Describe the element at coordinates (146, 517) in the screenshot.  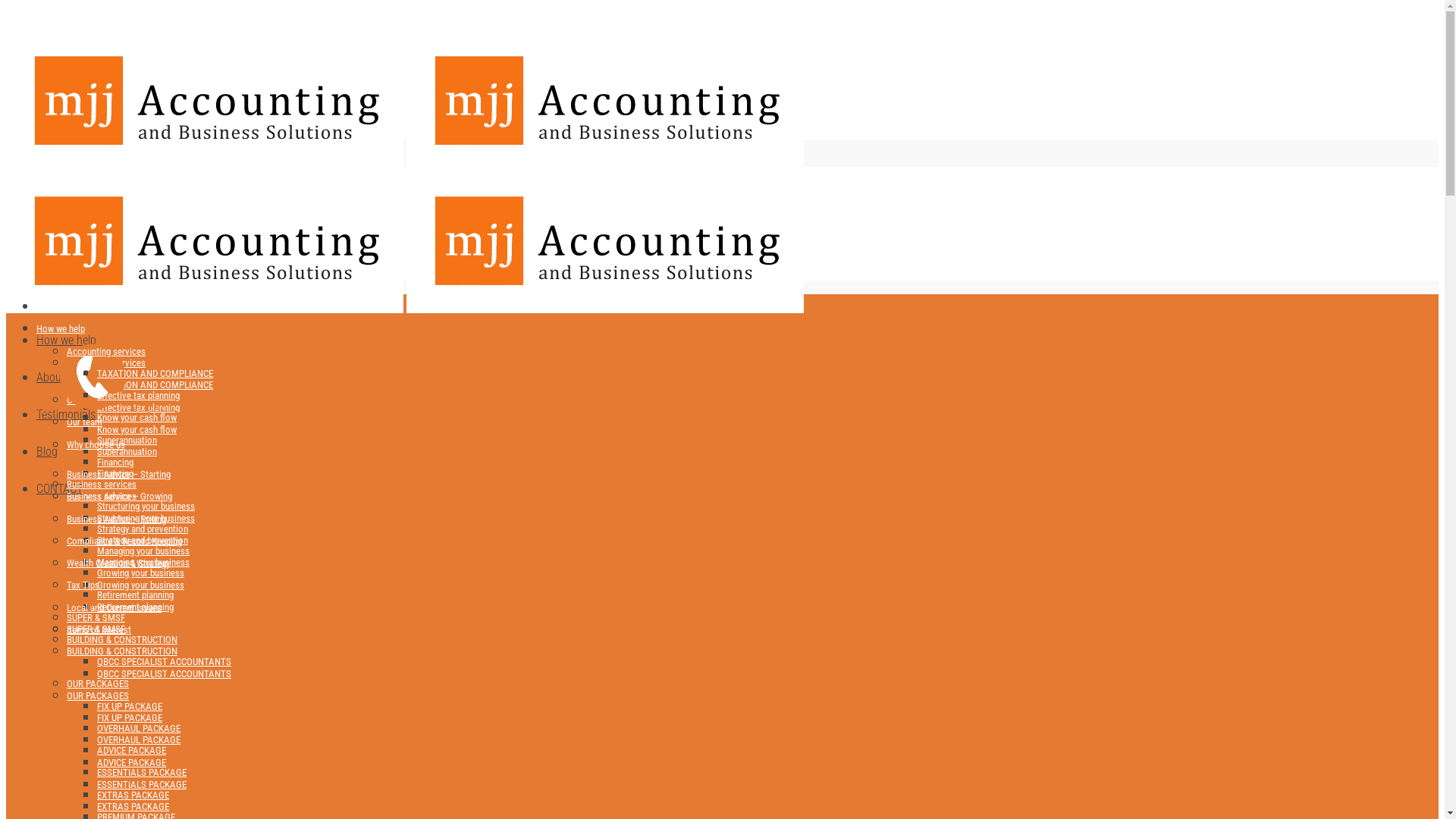
I see `'Structuring your business'` at that location.